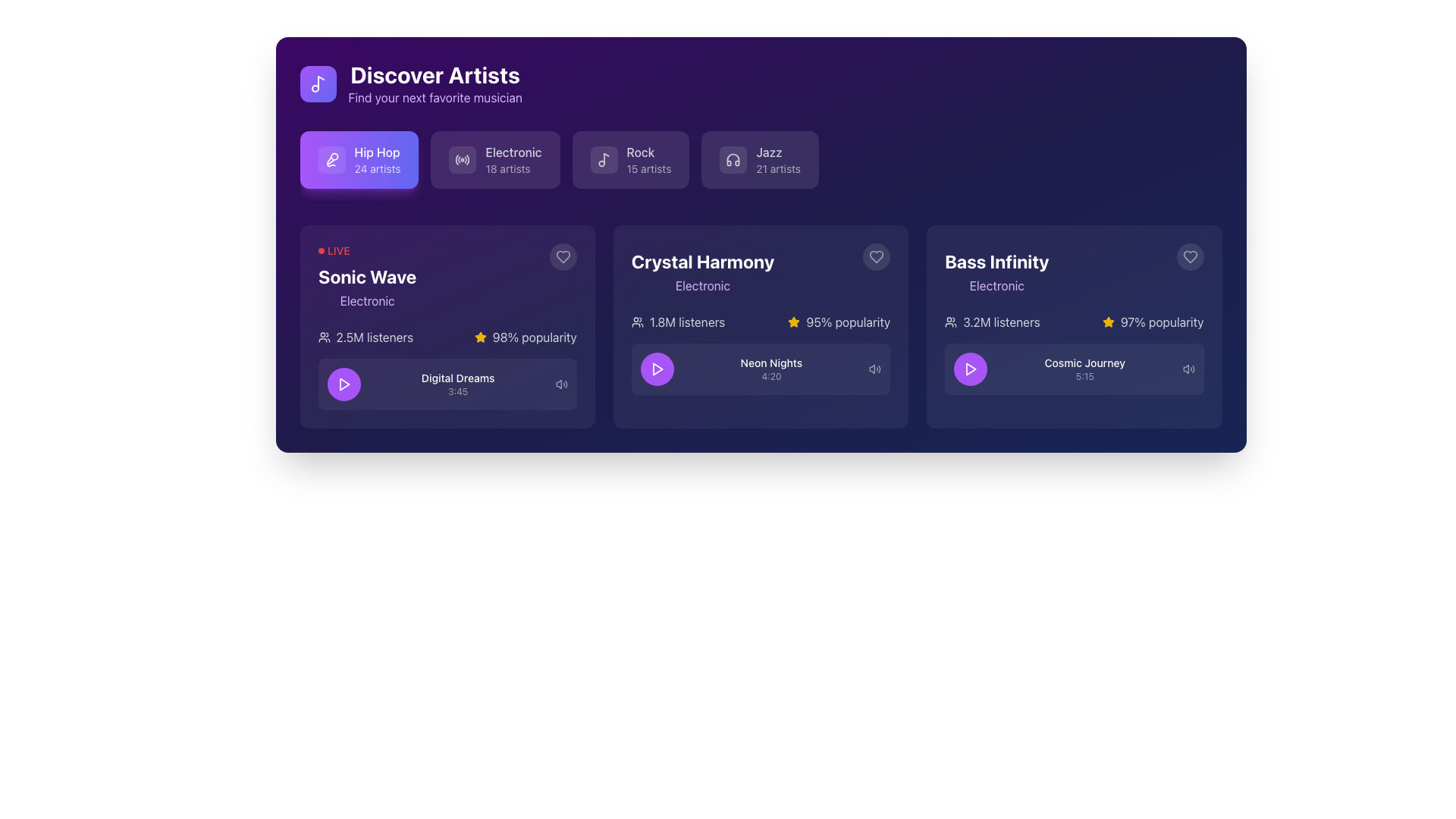 The height and width of the screenshot is (819, 1456). What do you see at coordinates (648, 152) in the screenshot?
I see `the static text label displaying 'Rock', which is centrally located within the third button from the left in the top row of genre buttons` at bounding box center [648, 152].